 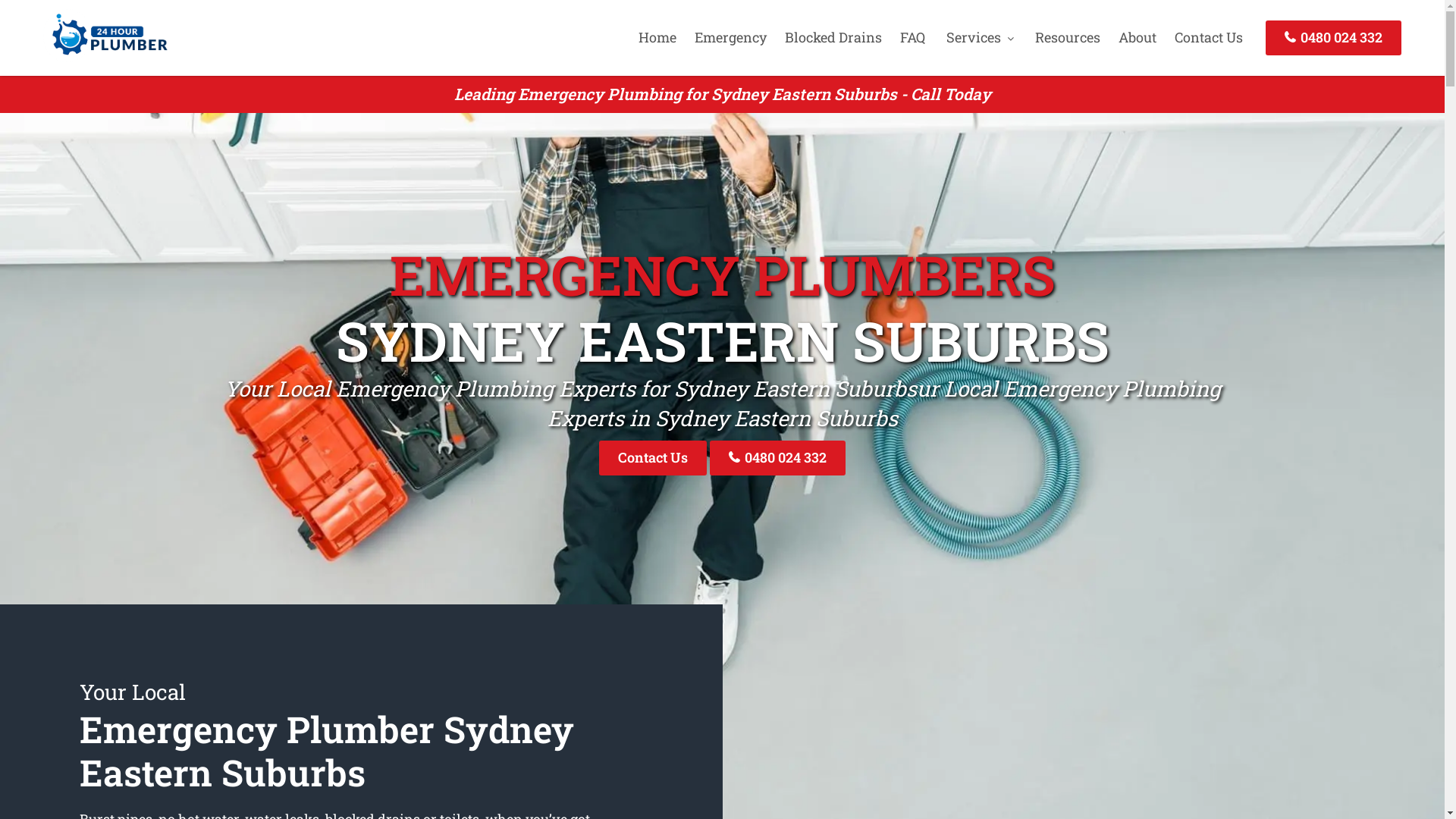 What do you see at coordinates (730, 36) in the screenshot?
I see `'Emergency'` at bounding box center [730, 36].